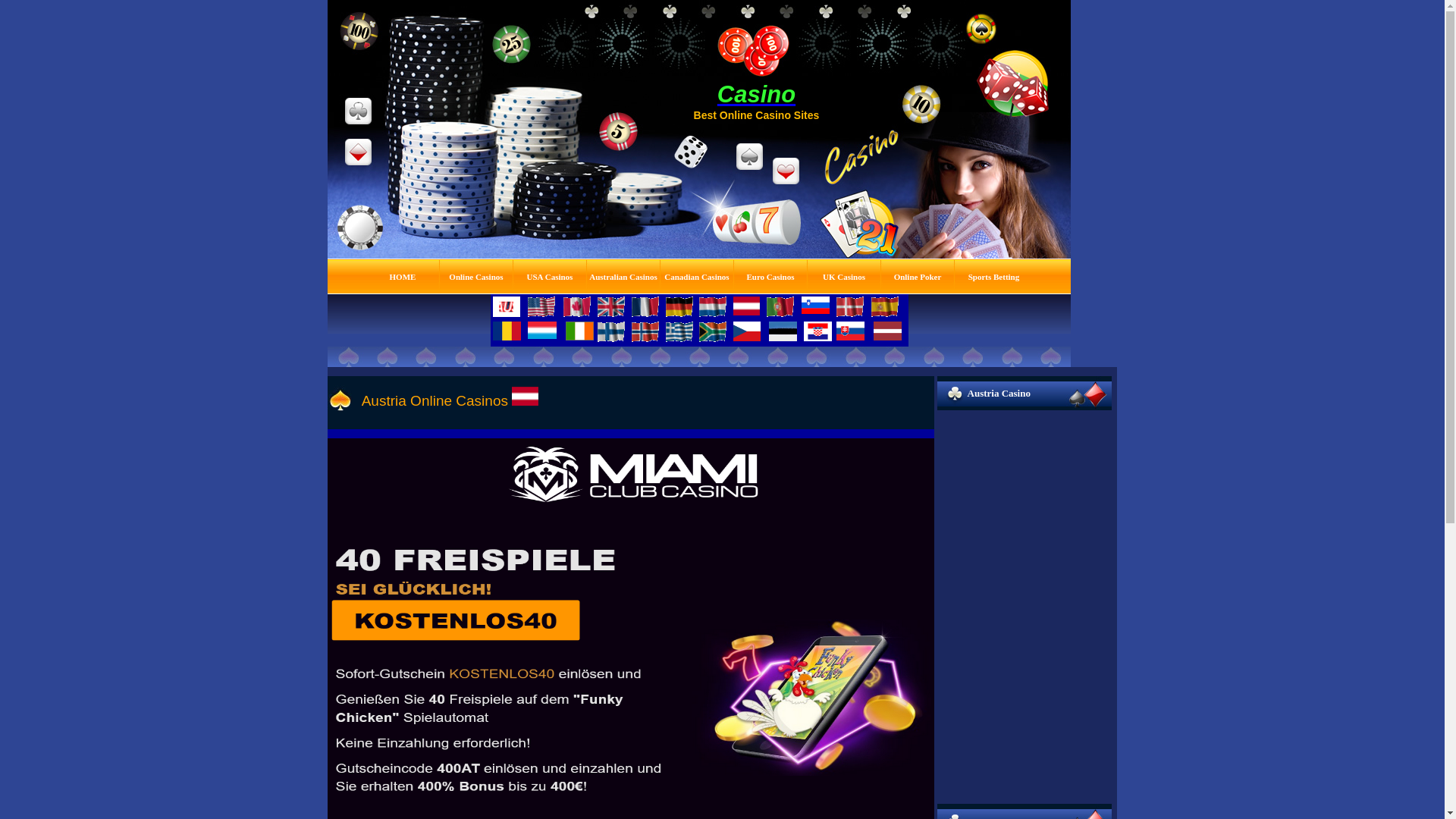  I want to click on 'HOME', so click(403, 275).